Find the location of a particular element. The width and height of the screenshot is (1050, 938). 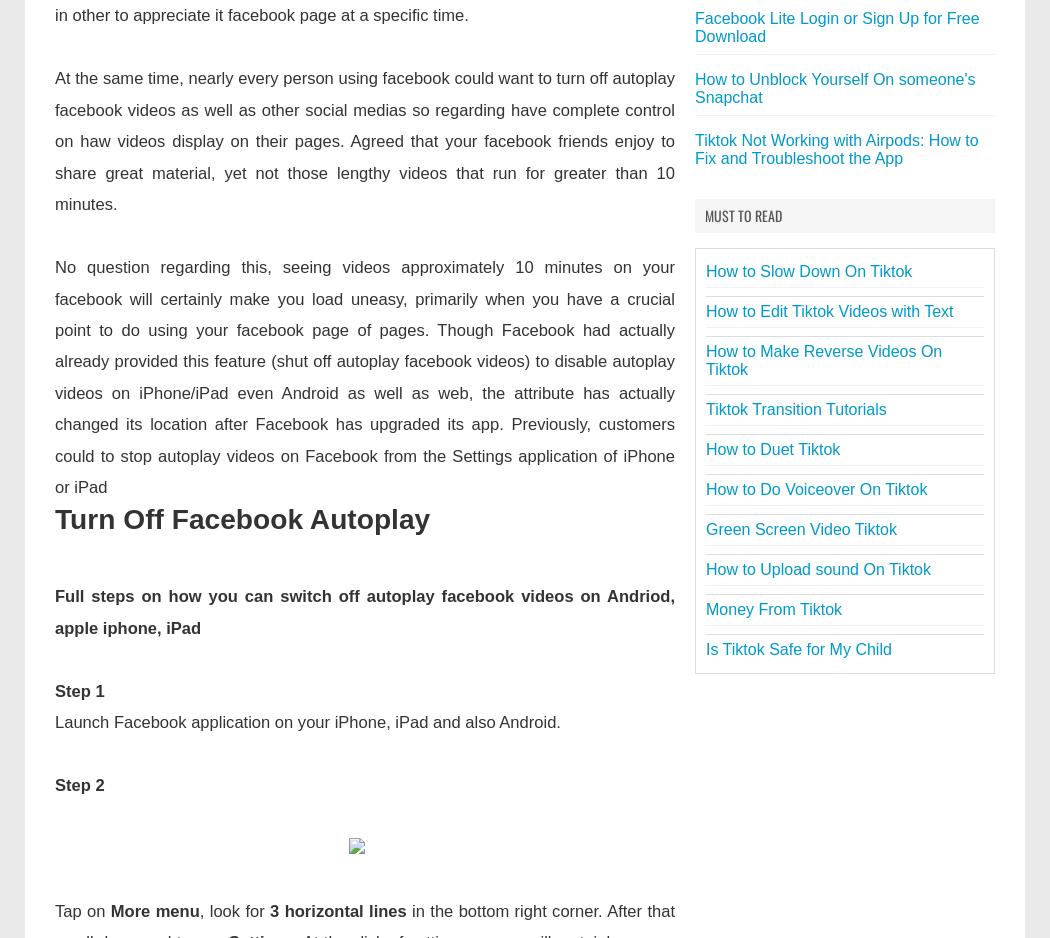

'Must To Read' is located at coordinates (742, 215).